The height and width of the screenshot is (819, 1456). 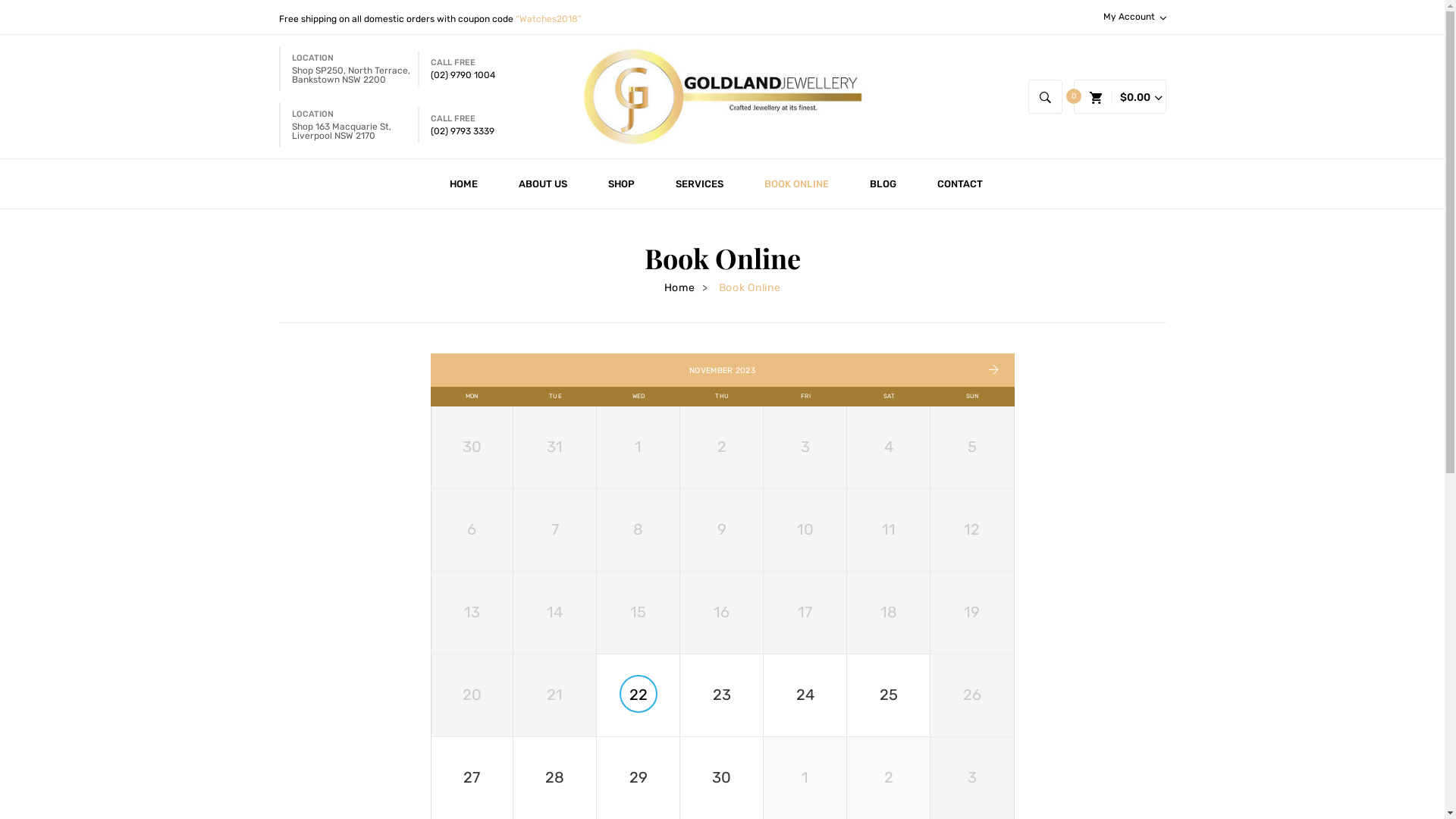 I want to click on 'CONTACT', so click(x=959, y=183).